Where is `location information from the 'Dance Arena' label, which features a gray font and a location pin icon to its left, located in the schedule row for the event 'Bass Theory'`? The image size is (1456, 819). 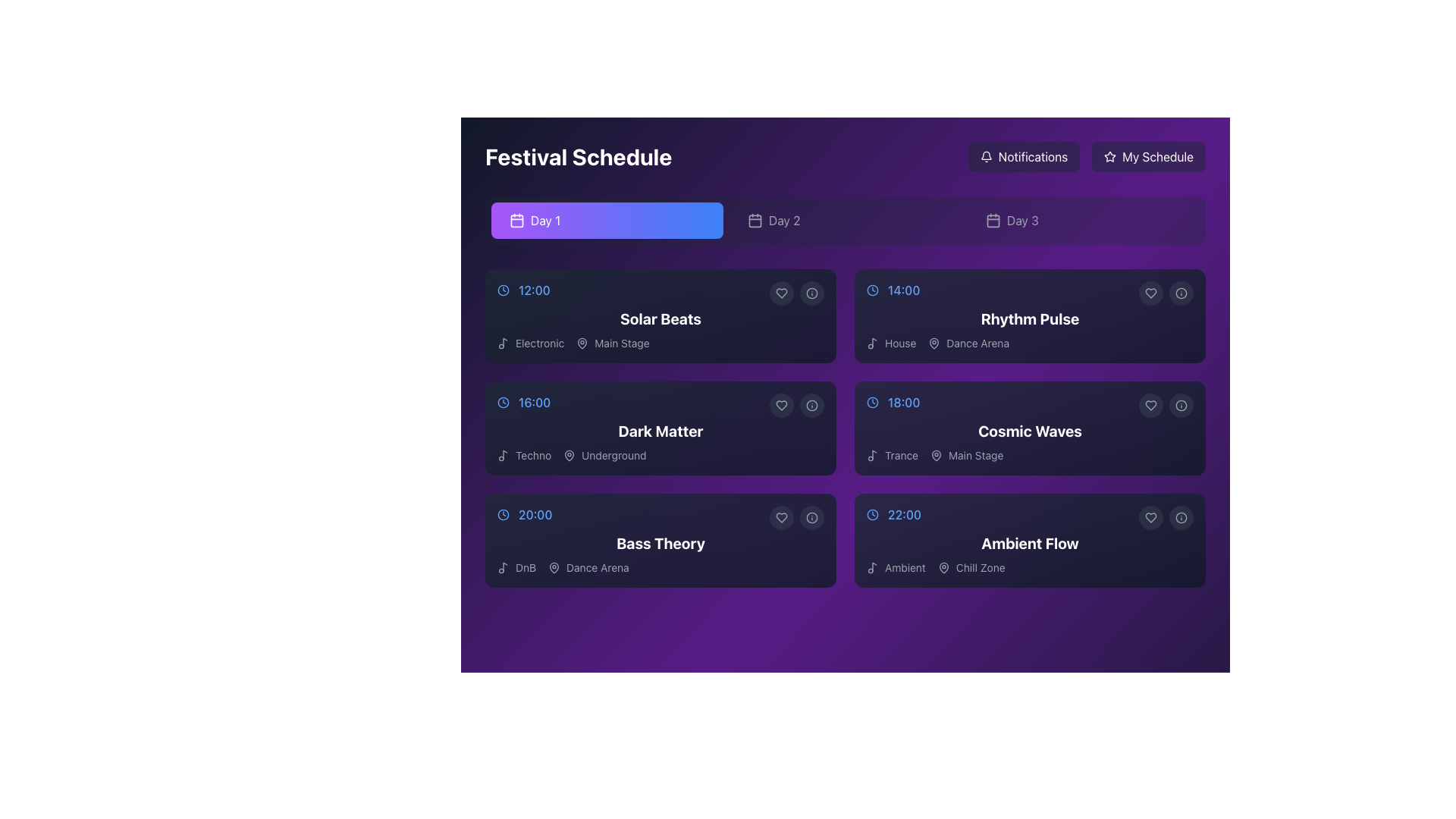
location information from the 'Dance Arena' label, which features a gray font and a location pin icon to its left, located in the schedule row for the event 'Bass Theory' is located at coordinates (588, 567).